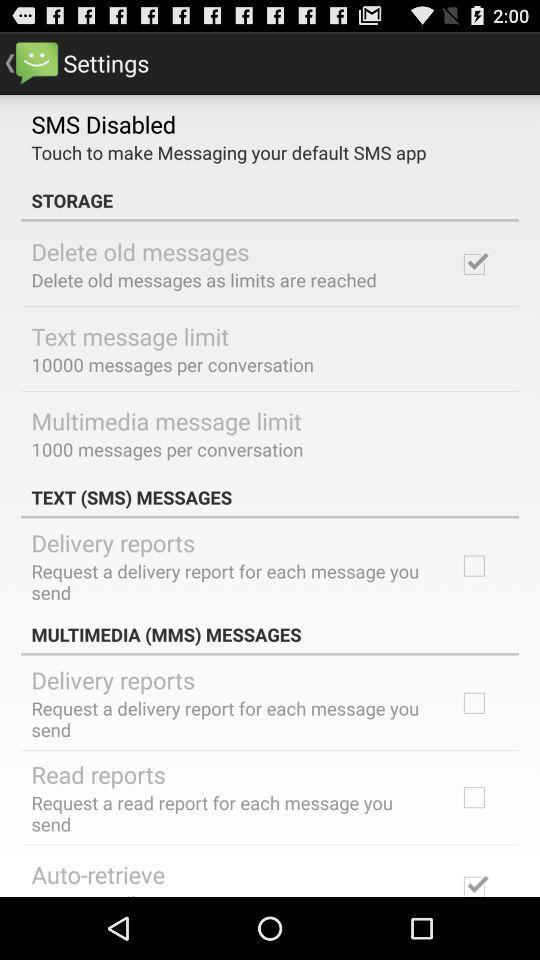 This screenshot has height=960, width=540. Describe the element at coordinates (97, 773) in the screenshot. I see `the icon below the request a delivery icon` at that location.